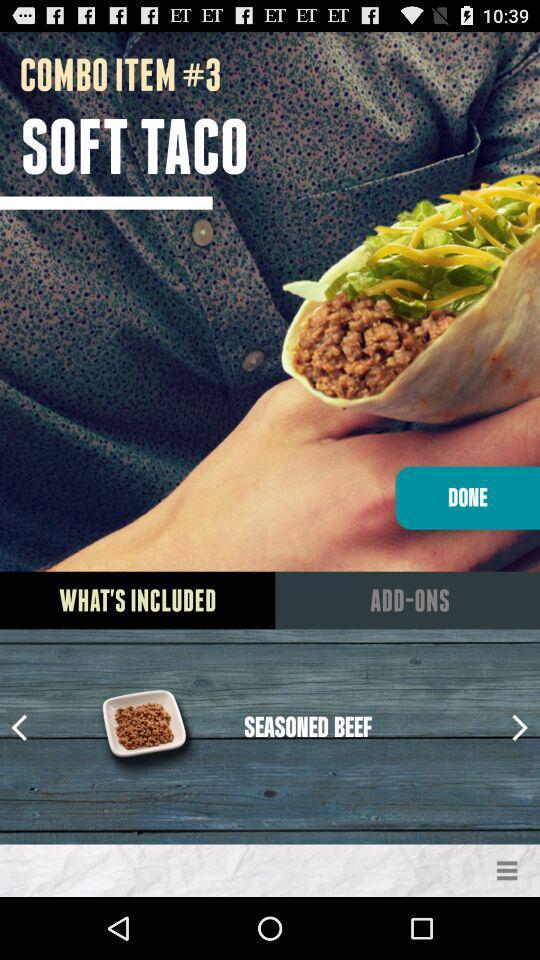  Describe the element at coordinates (520, 777) in the screenshot. I see `the arrow_forward icon` at that location.